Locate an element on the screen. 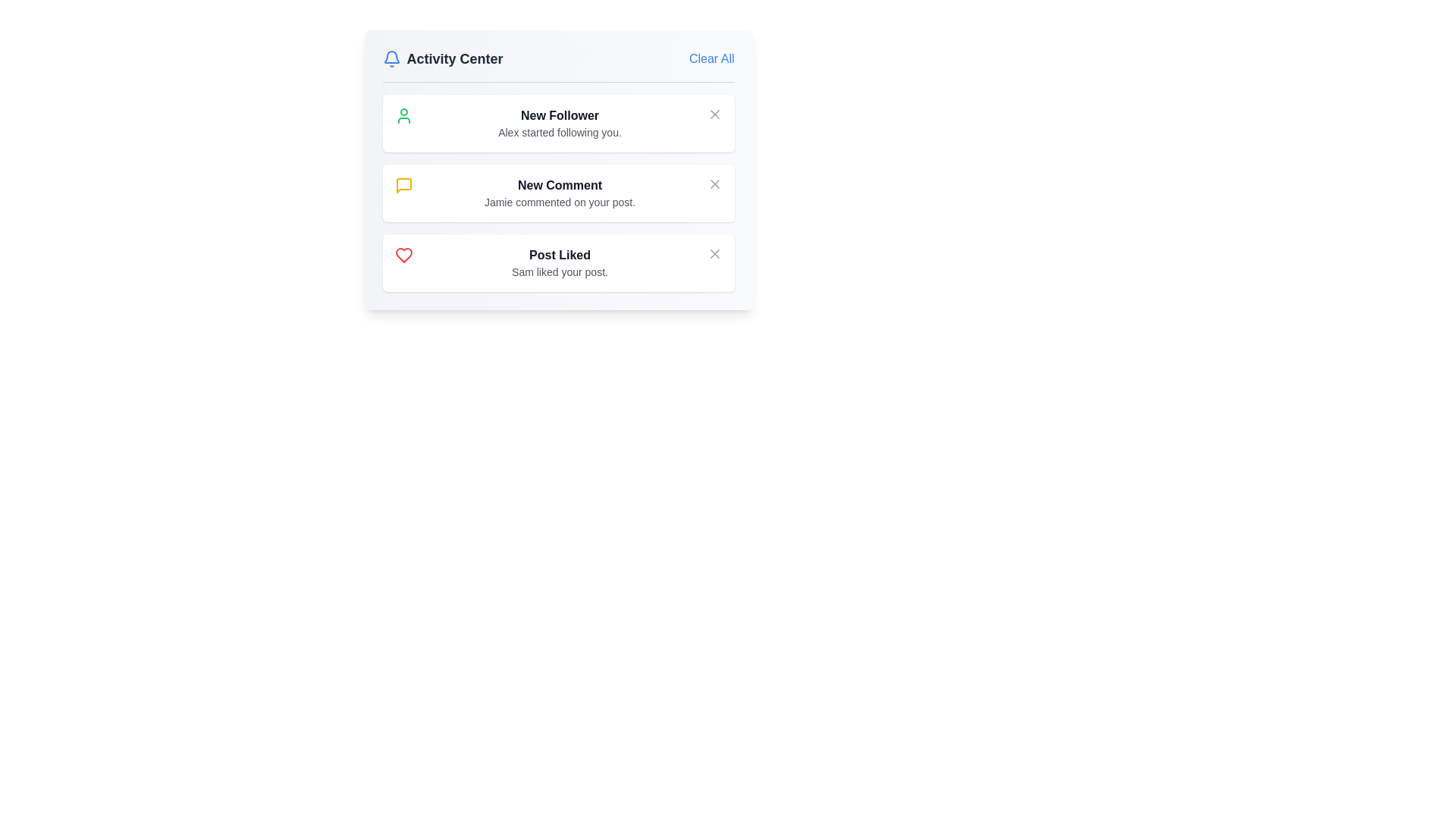  the heart icon representing the 'like' action on the 'Post Liked' notification card, which is the third item in the notifications list is located at coordinates (403, 254).